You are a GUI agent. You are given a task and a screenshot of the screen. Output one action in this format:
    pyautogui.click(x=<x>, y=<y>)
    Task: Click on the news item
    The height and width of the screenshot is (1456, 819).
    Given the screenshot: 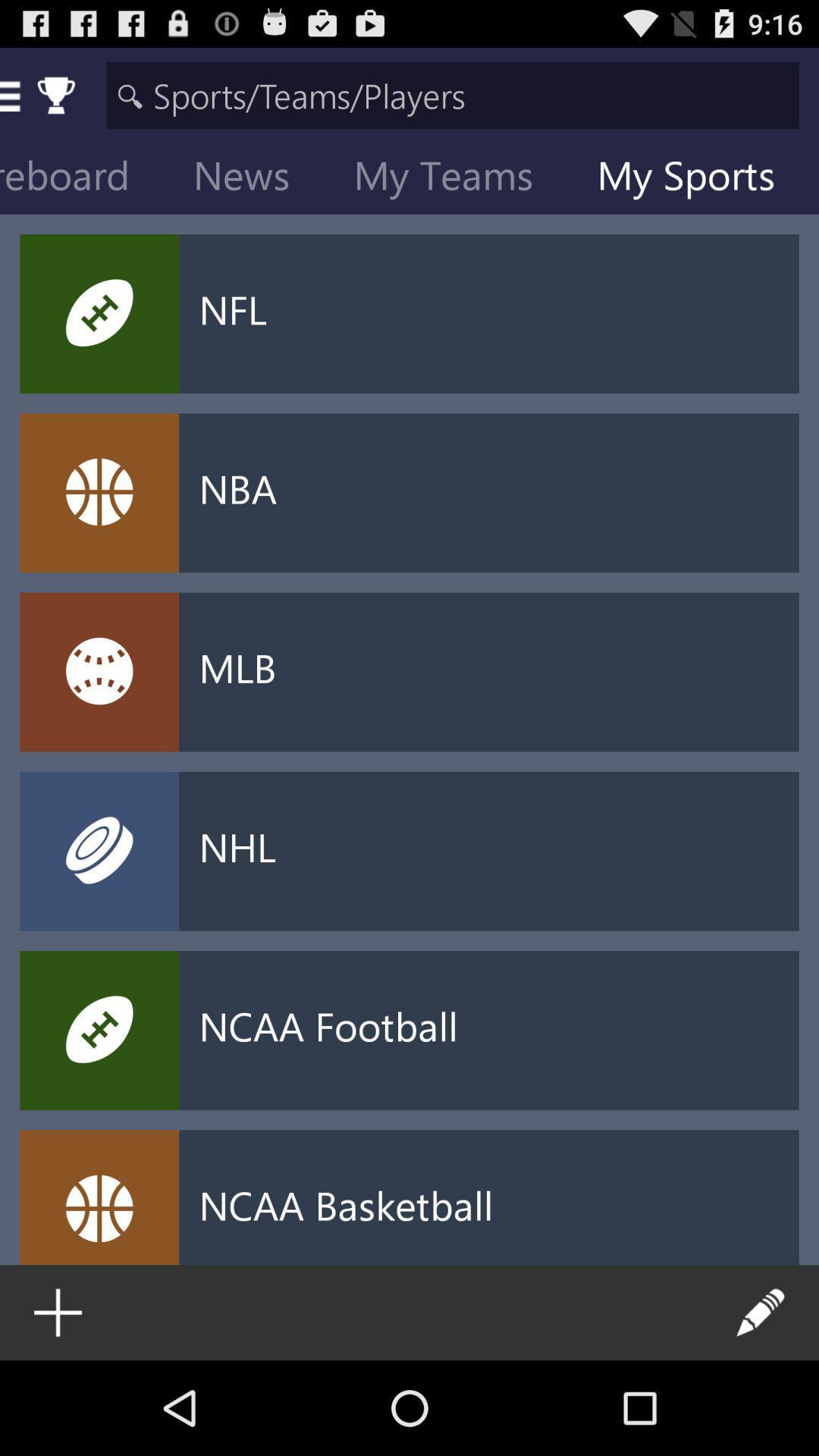 What is the action you would take?
    pyautogui.click(x=253, y=178)
    